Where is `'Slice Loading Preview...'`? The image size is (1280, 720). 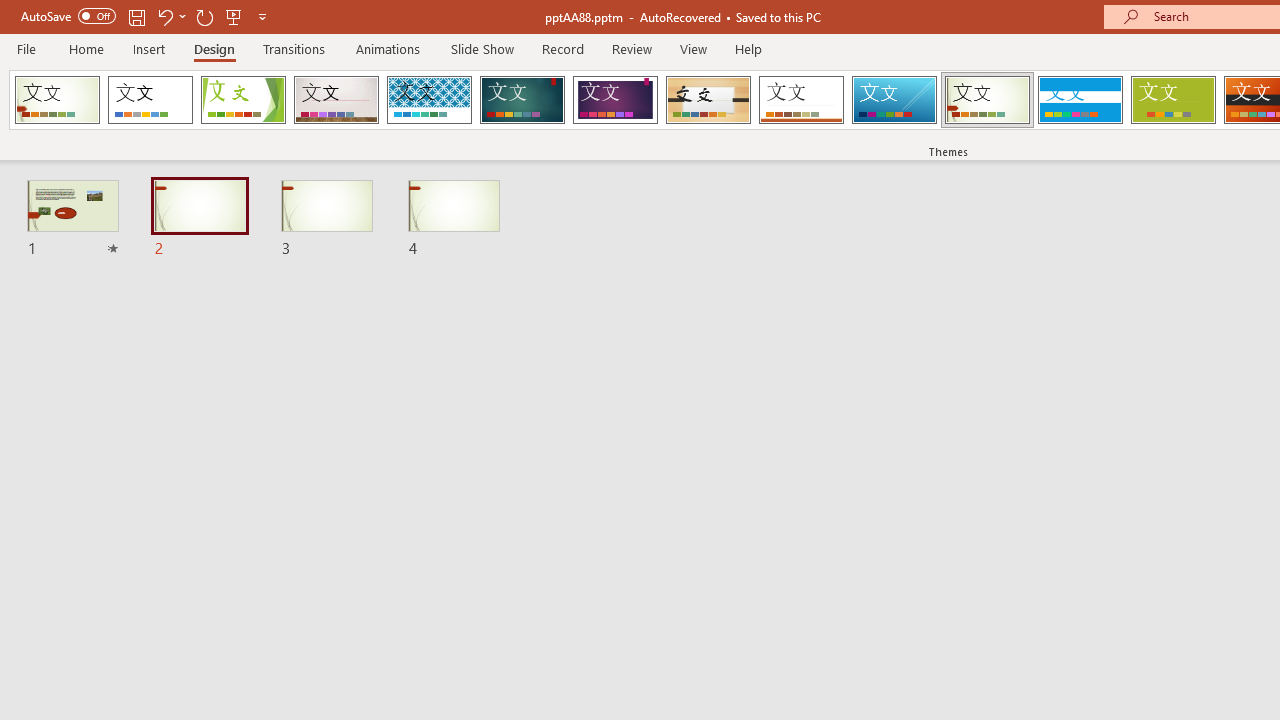
'Slice Loading Preview...' is located at coordinates (893, 100).